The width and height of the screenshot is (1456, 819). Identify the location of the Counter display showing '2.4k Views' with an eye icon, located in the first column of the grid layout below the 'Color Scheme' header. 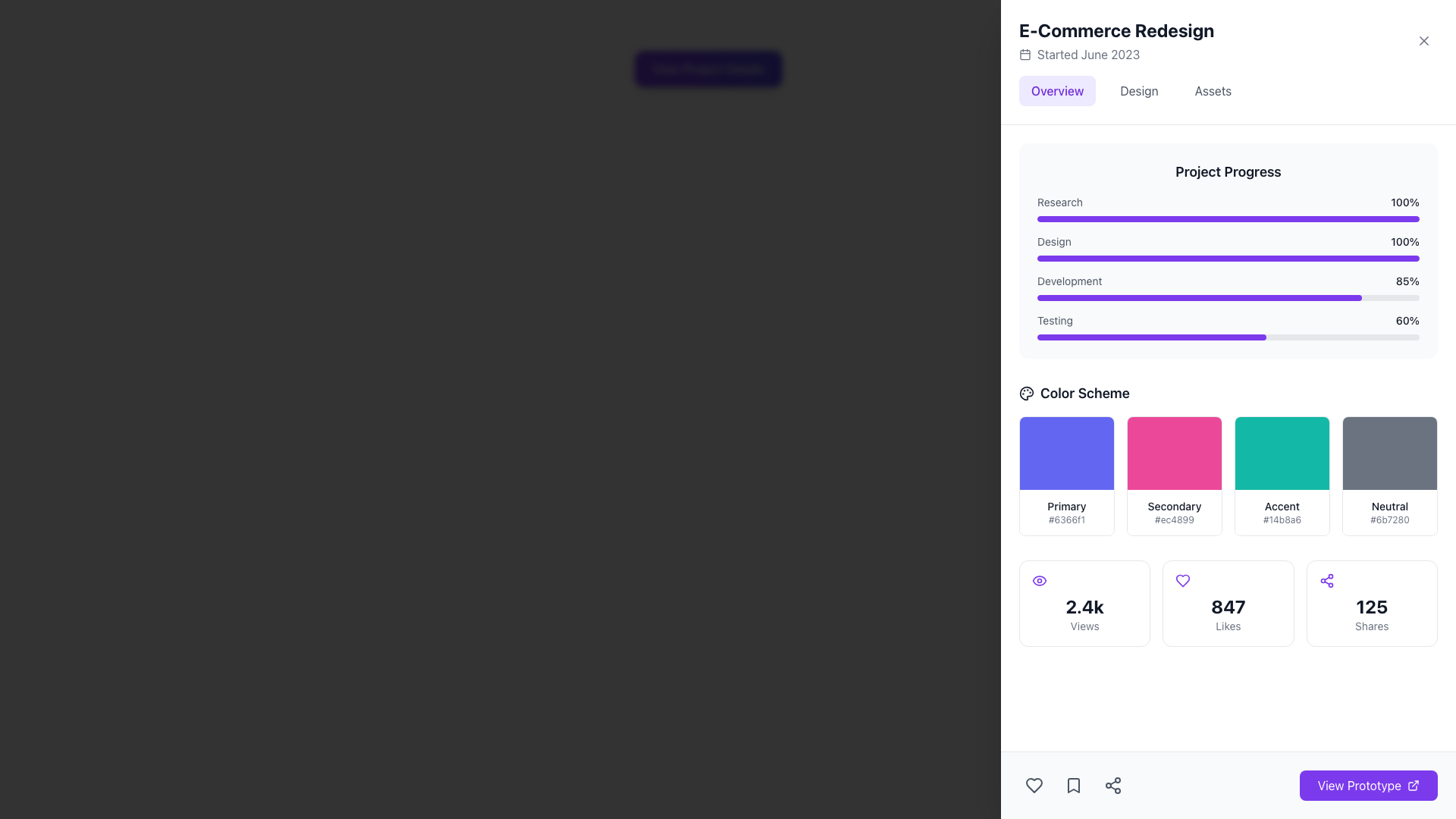
(1084, 602).